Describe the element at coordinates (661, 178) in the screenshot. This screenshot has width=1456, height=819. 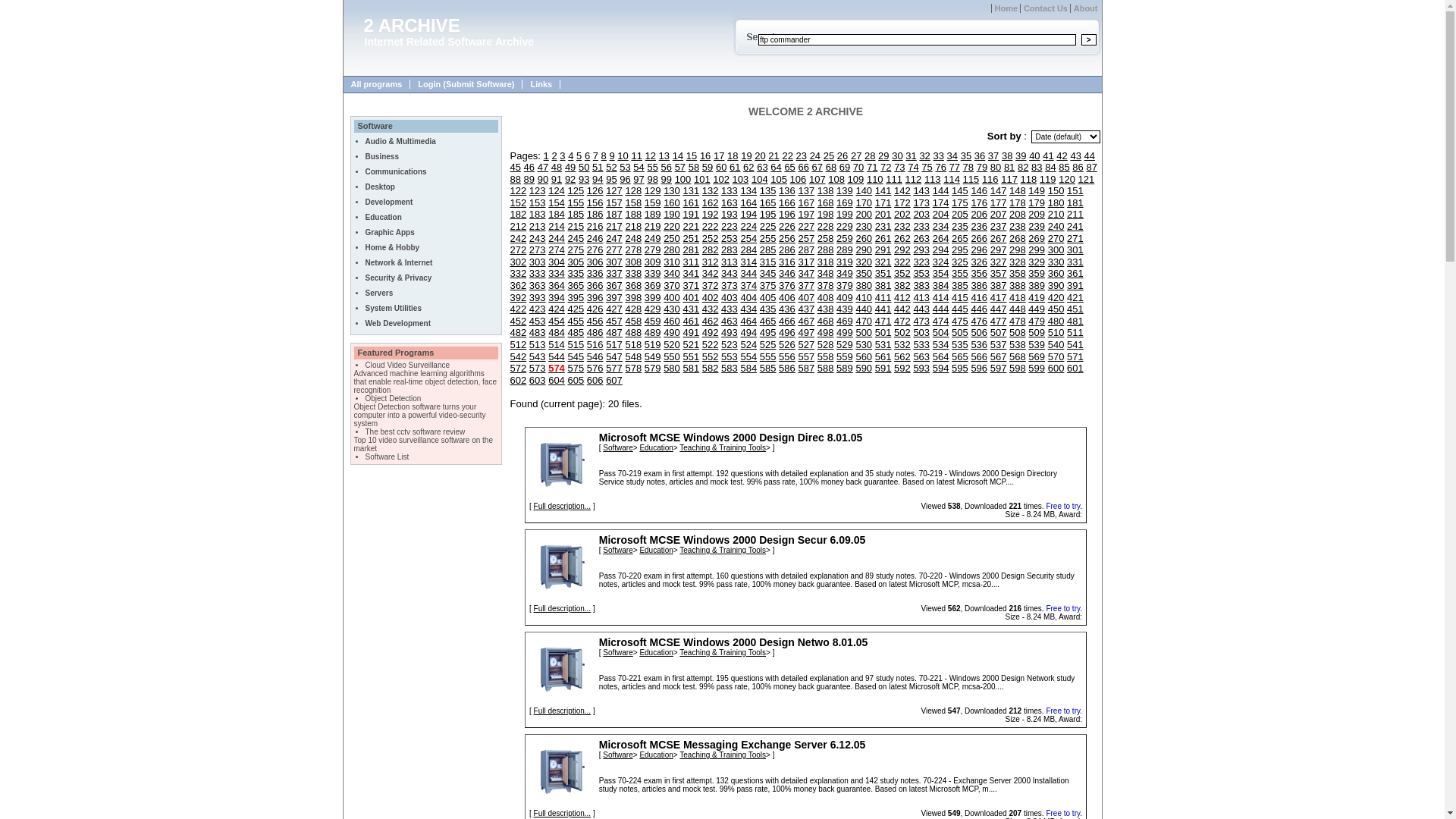
I see `'99'` at that location.